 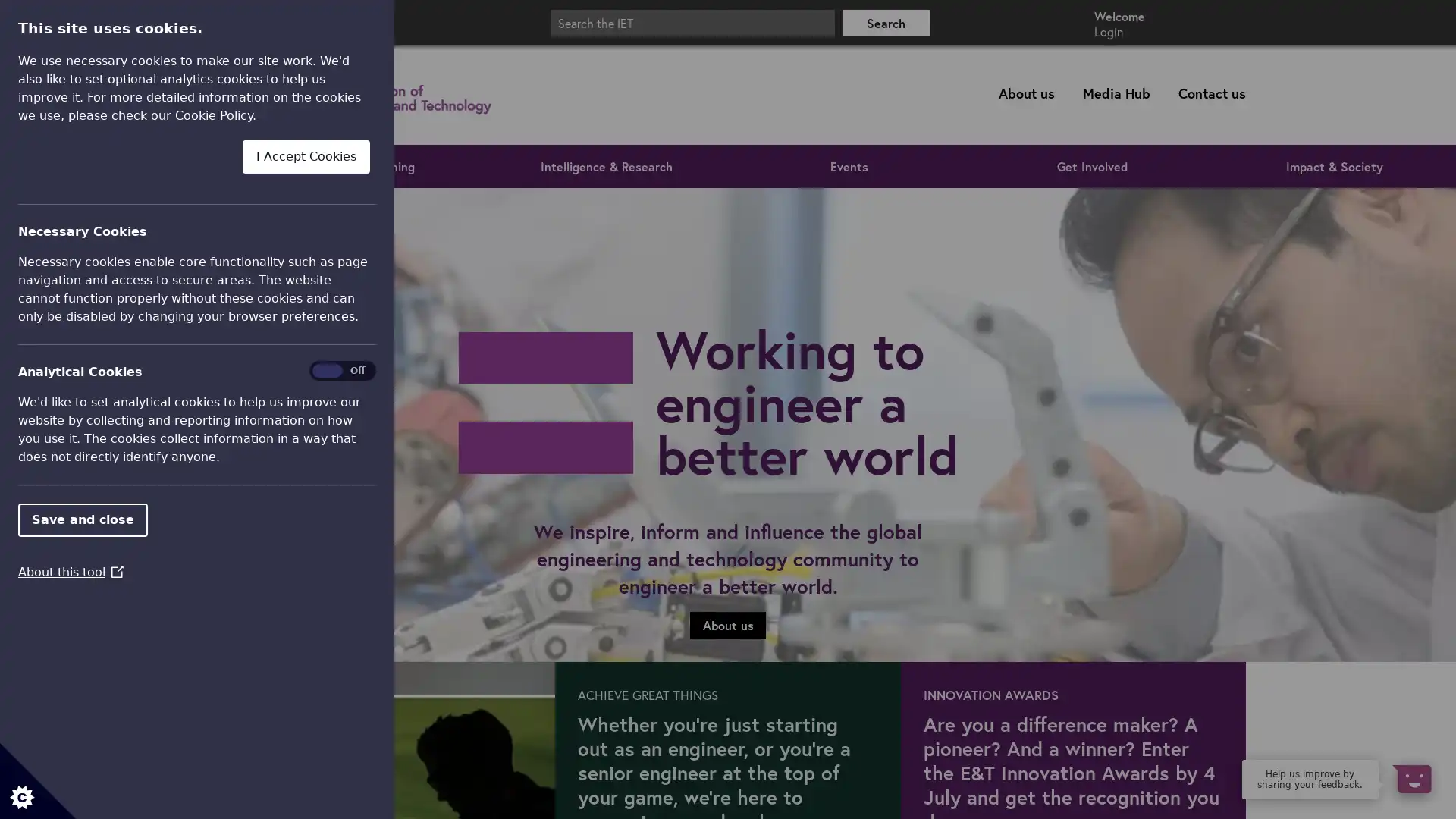 I want to click on Save and close, so click(x=82, y=519).